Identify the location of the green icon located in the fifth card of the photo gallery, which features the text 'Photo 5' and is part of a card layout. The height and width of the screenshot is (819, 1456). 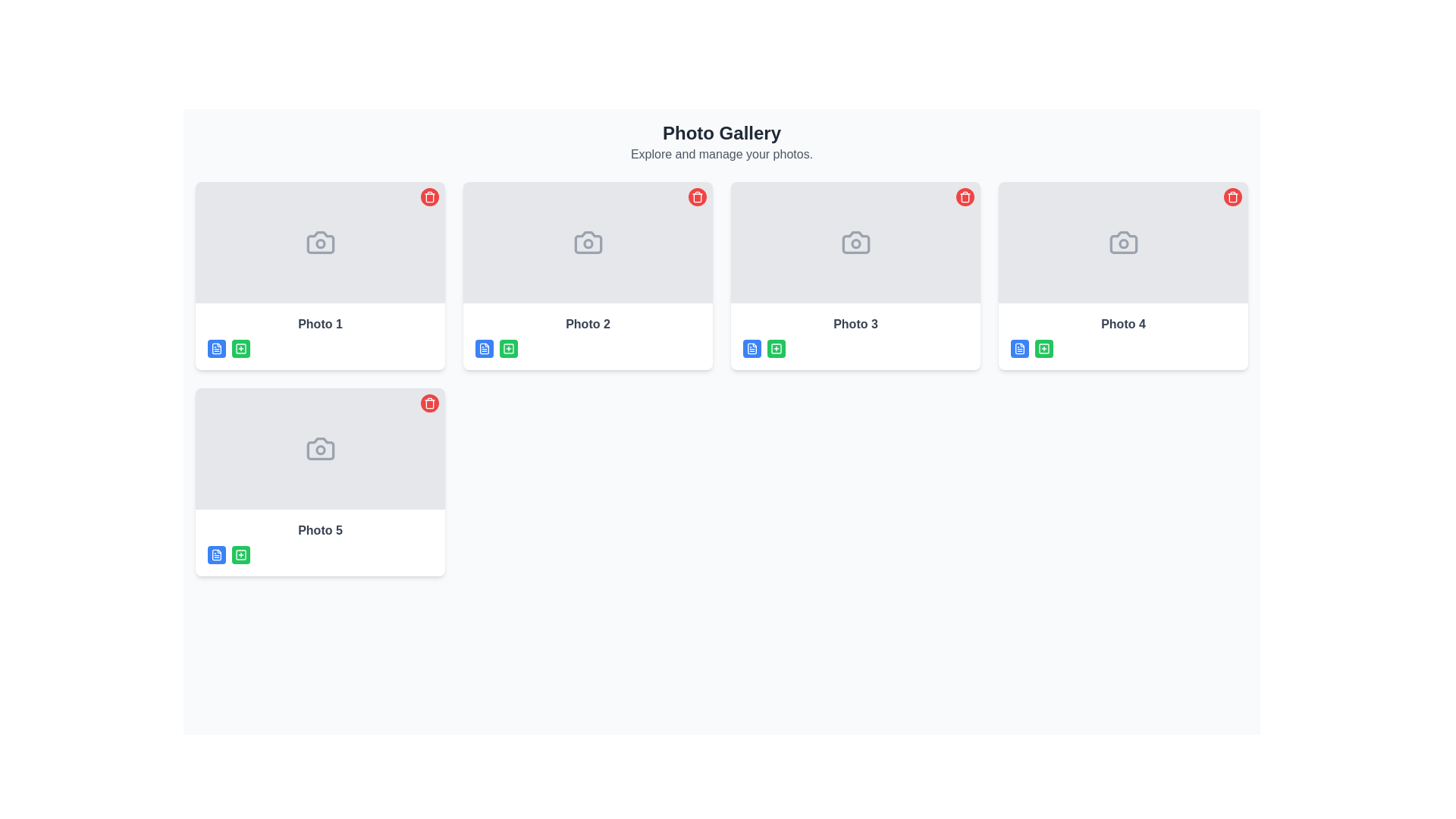
(319, 542).